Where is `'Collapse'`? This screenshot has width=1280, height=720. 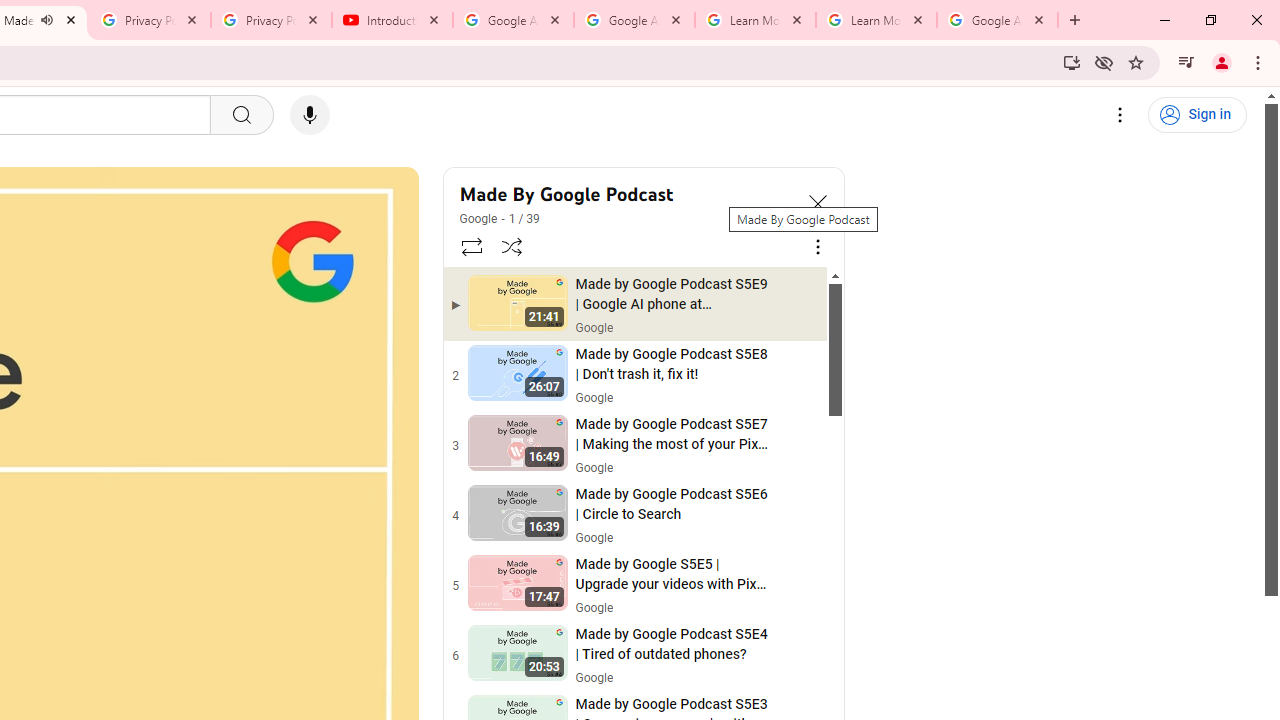
'Collapse' is located at coordinates (817, 203).